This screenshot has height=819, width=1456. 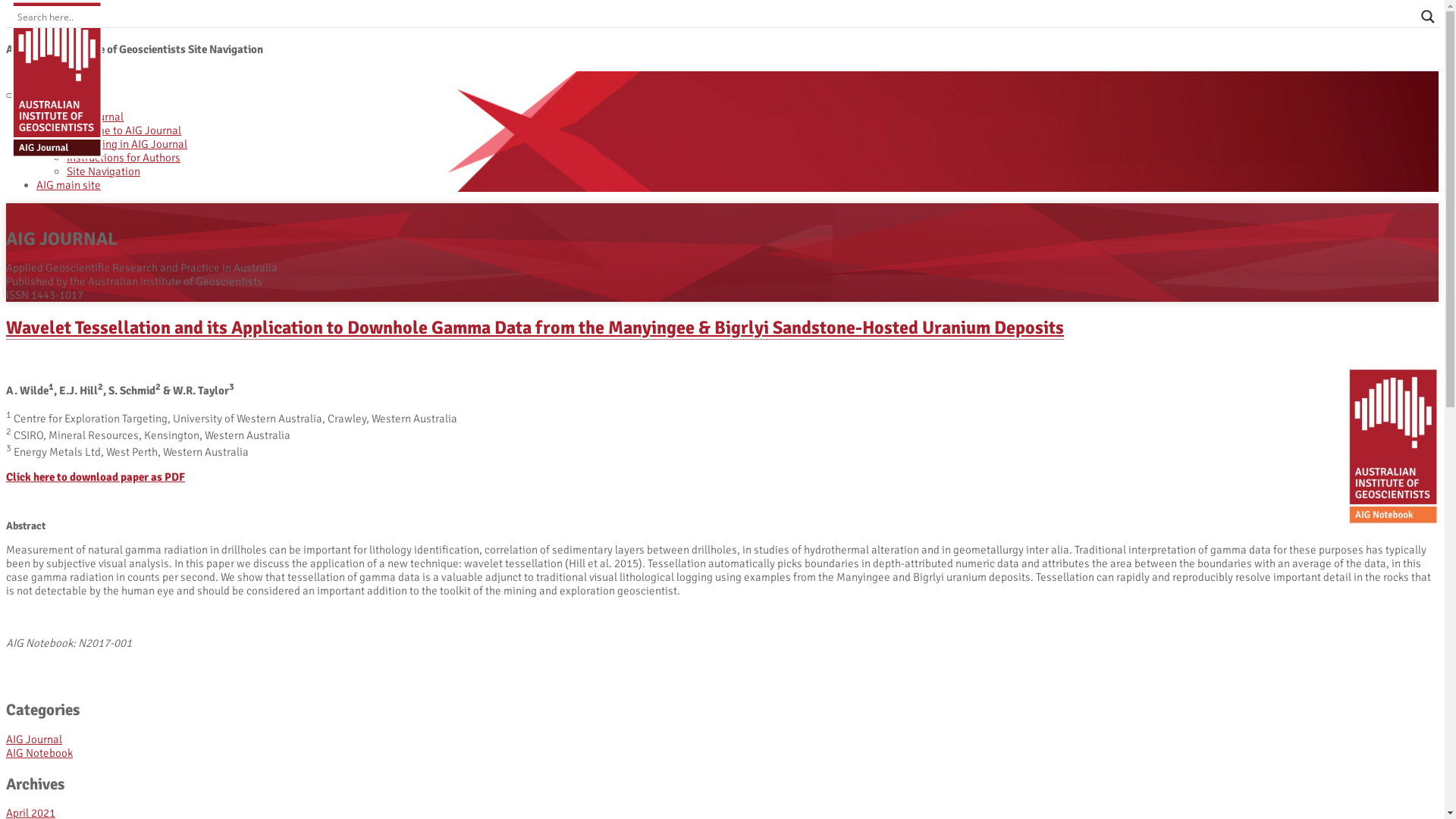 I want to click on 'AIG Notebook', so click(x=39, y=752).